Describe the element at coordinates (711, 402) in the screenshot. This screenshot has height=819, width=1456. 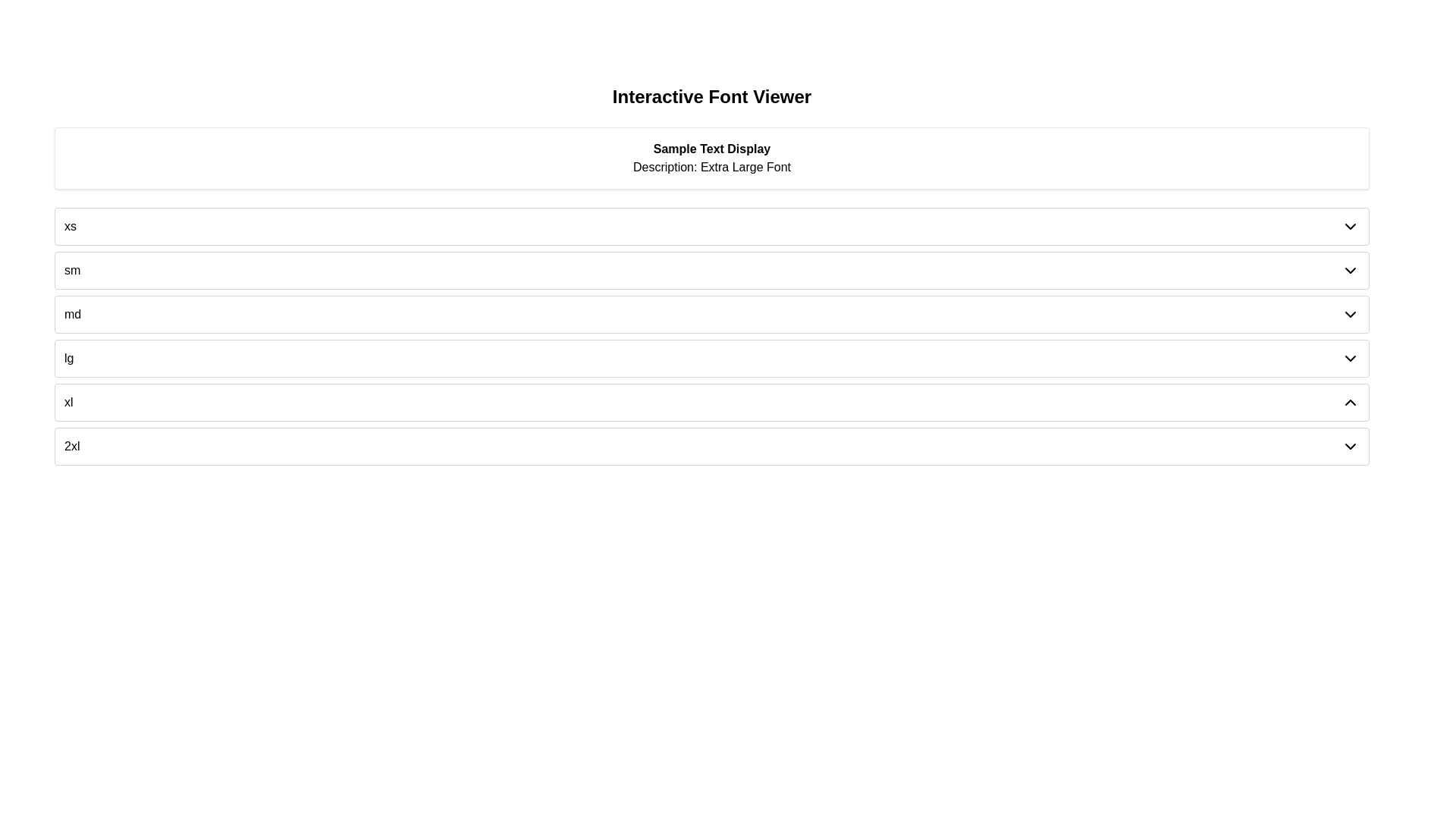
I see `the button labeled 'xl' which is the fifth button in a vertical list, positioned between 'lg' and '2xl'` at that location.